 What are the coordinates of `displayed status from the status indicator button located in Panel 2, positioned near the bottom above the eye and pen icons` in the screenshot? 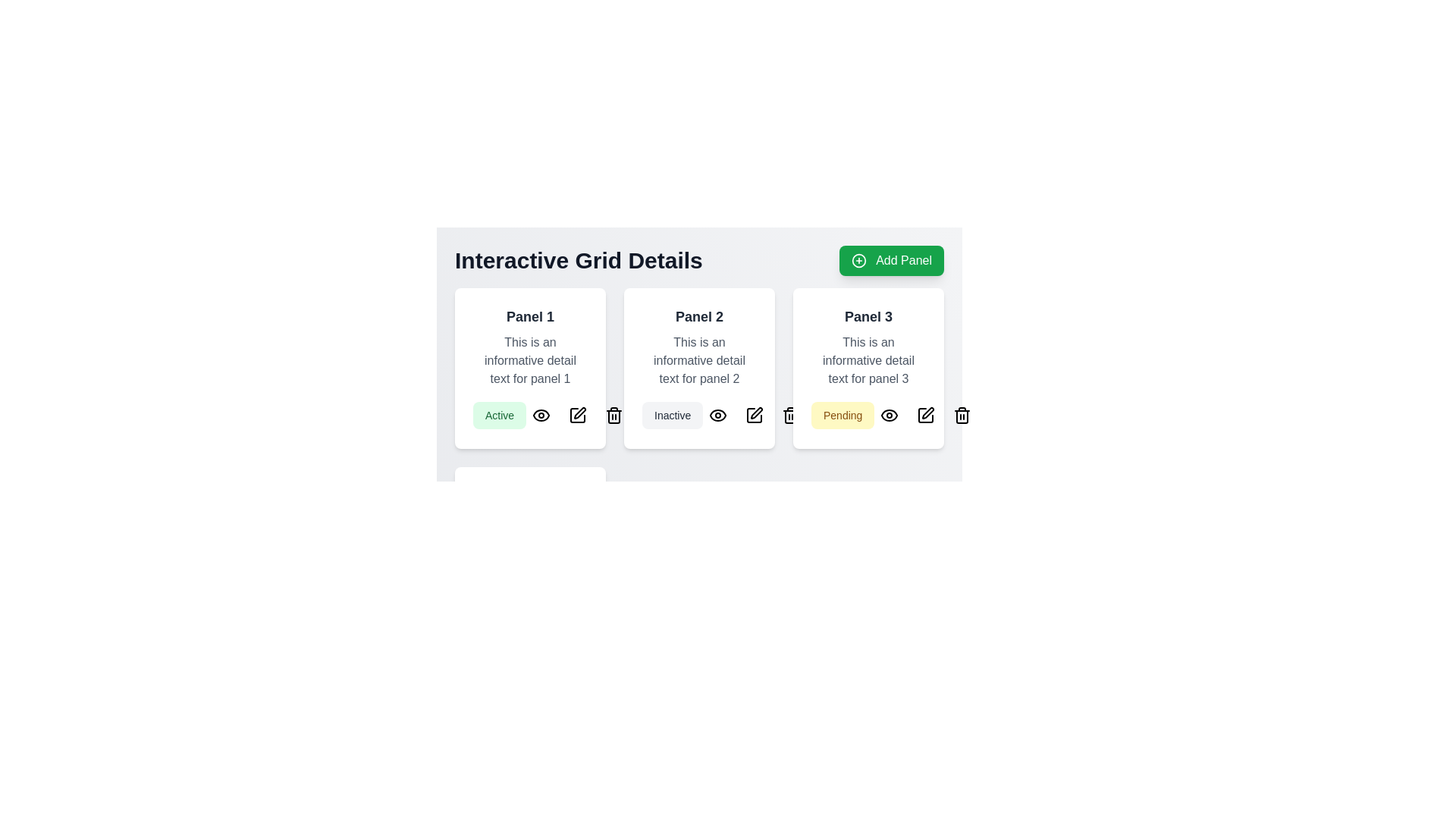 It's located at (698, 415).